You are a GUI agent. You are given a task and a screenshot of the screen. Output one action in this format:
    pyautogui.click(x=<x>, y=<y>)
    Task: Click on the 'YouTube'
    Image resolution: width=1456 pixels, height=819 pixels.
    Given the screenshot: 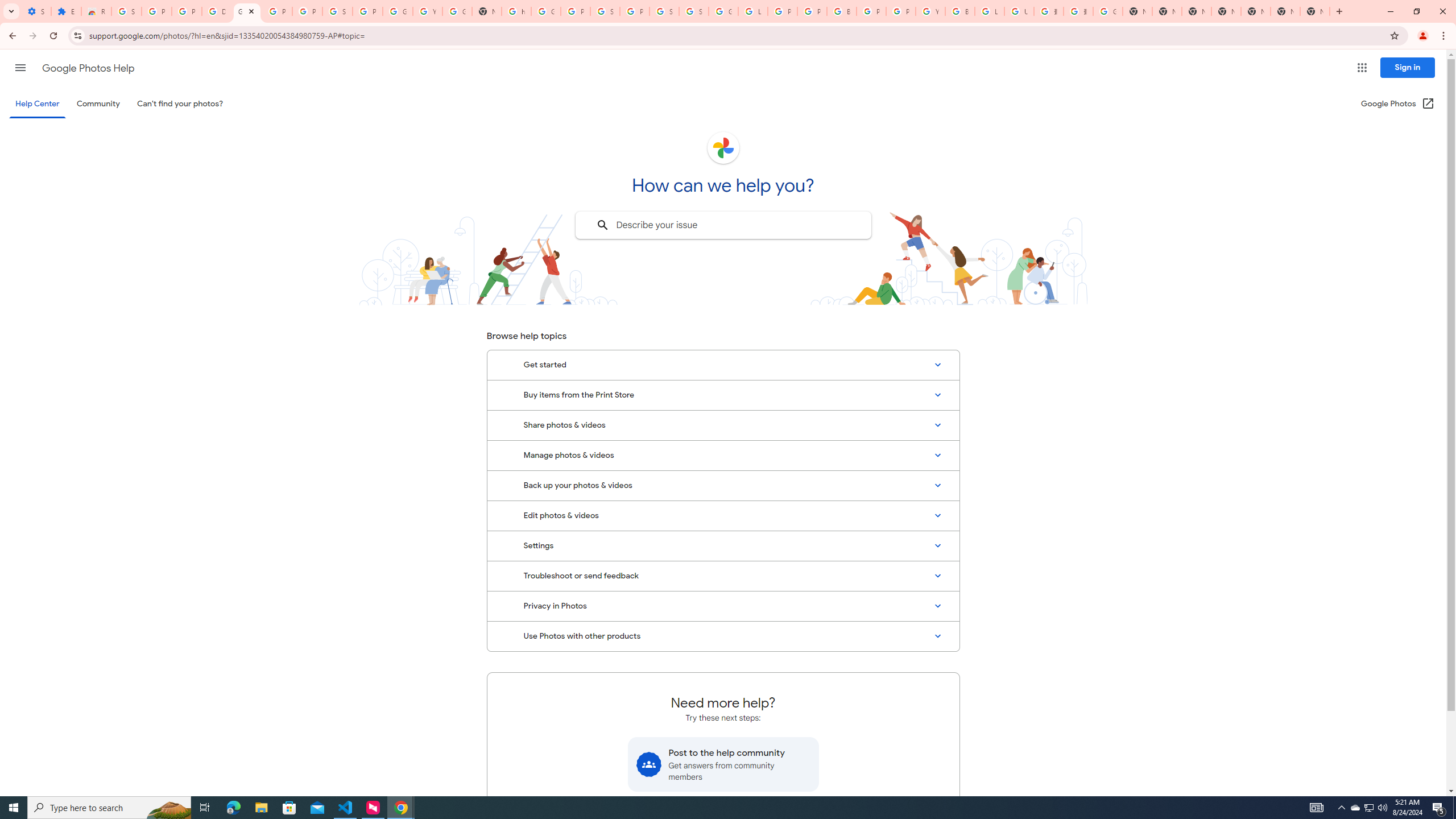 What is the action you would take?
    pyautogui.click(x=929, y=11)
    